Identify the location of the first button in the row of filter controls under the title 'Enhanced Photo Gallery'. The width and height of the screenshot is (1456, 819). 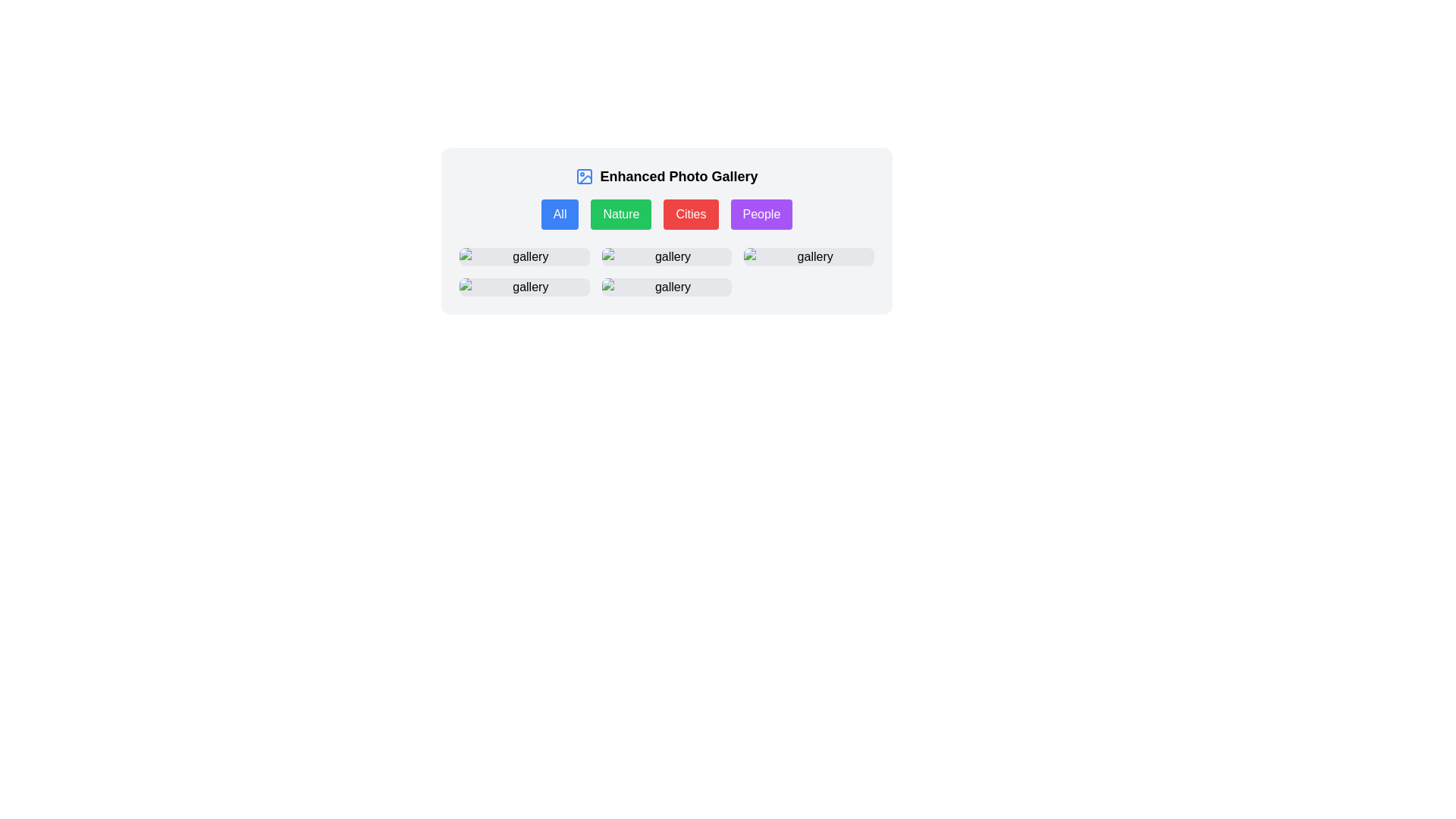
(559, 214).